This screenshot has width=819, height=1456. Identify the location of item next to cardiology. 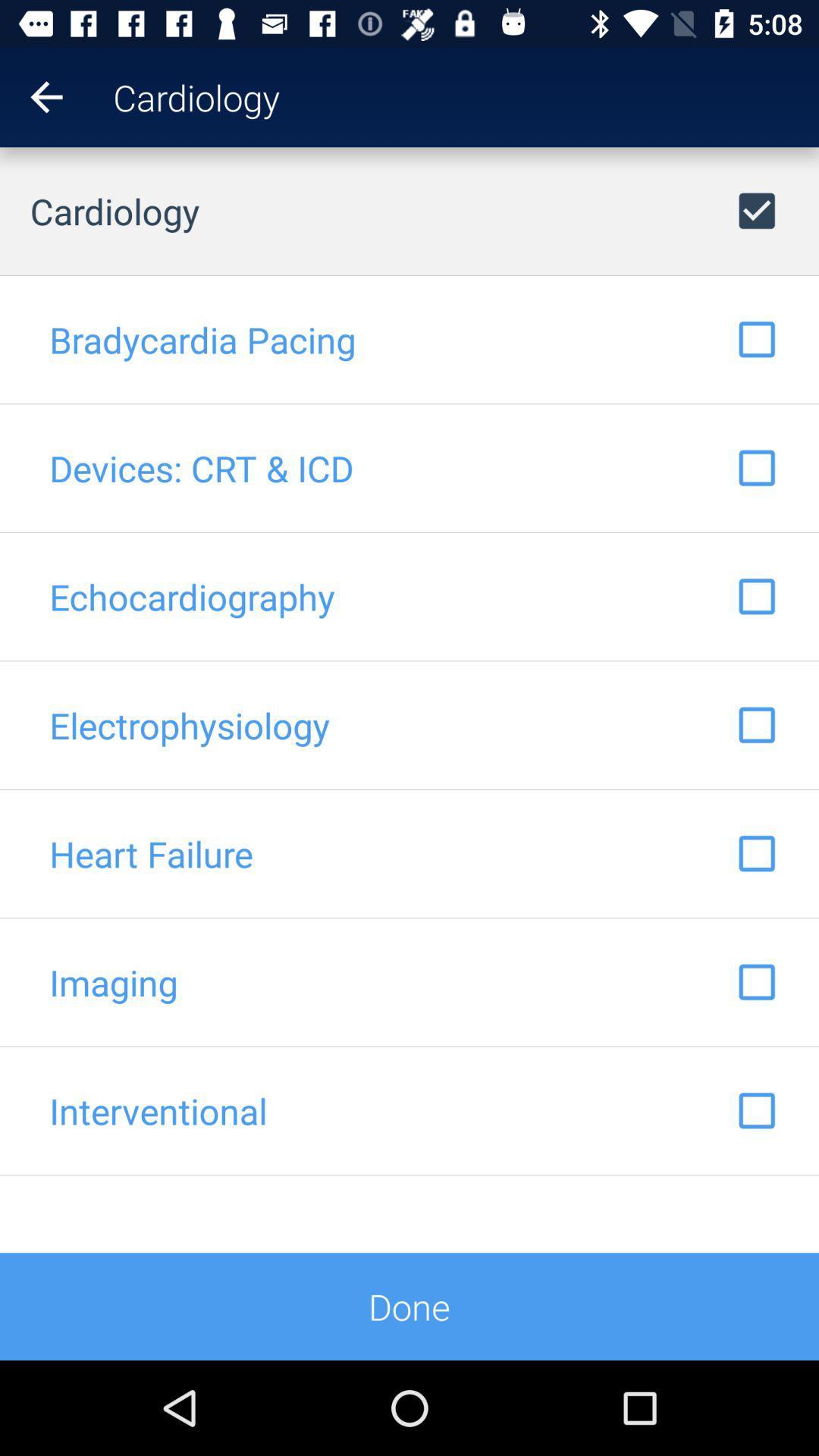
(798, 96).